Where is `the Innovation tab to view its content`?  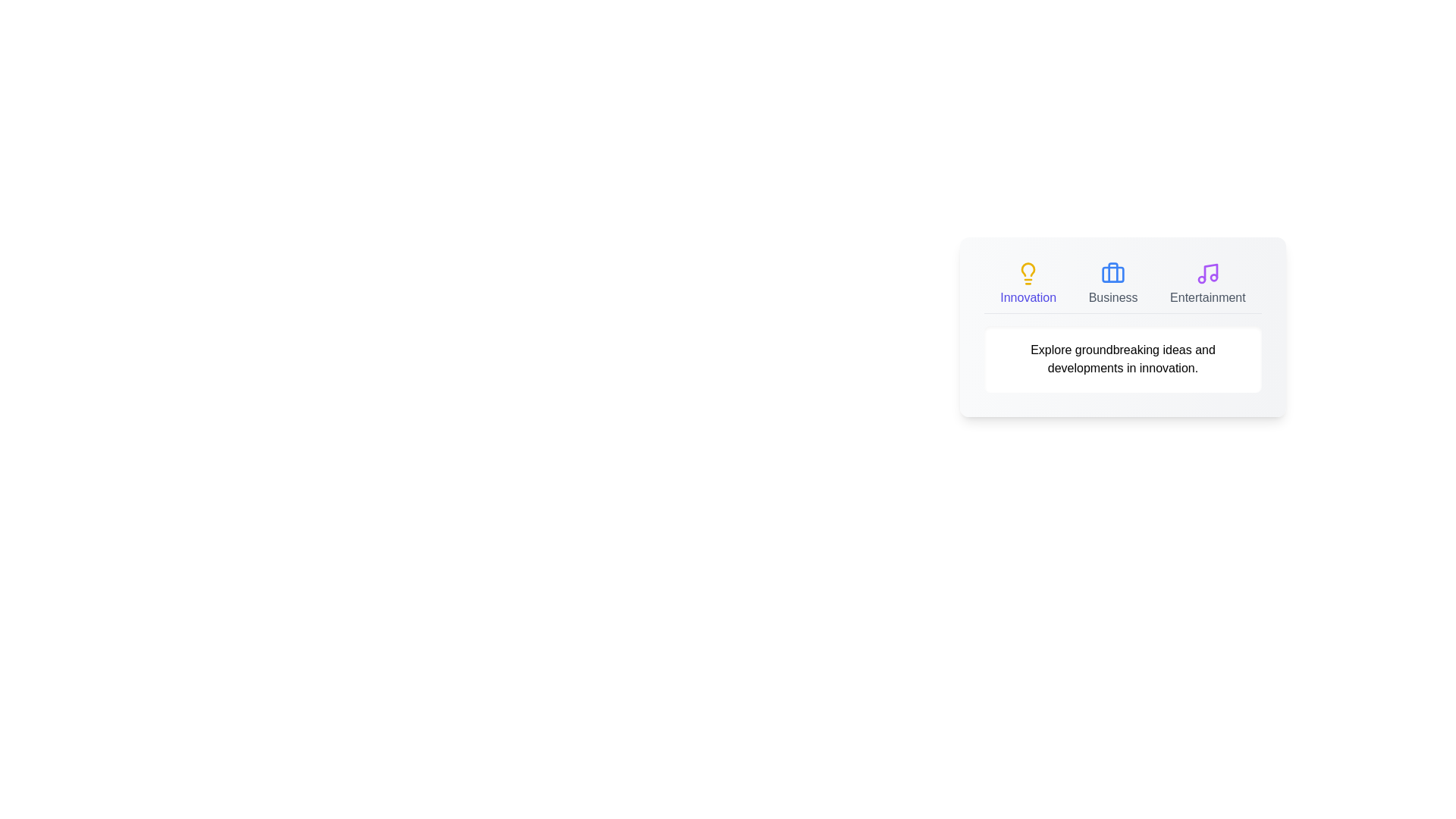
the Innovation tab to view its content is located at coordinates (1028, 284).